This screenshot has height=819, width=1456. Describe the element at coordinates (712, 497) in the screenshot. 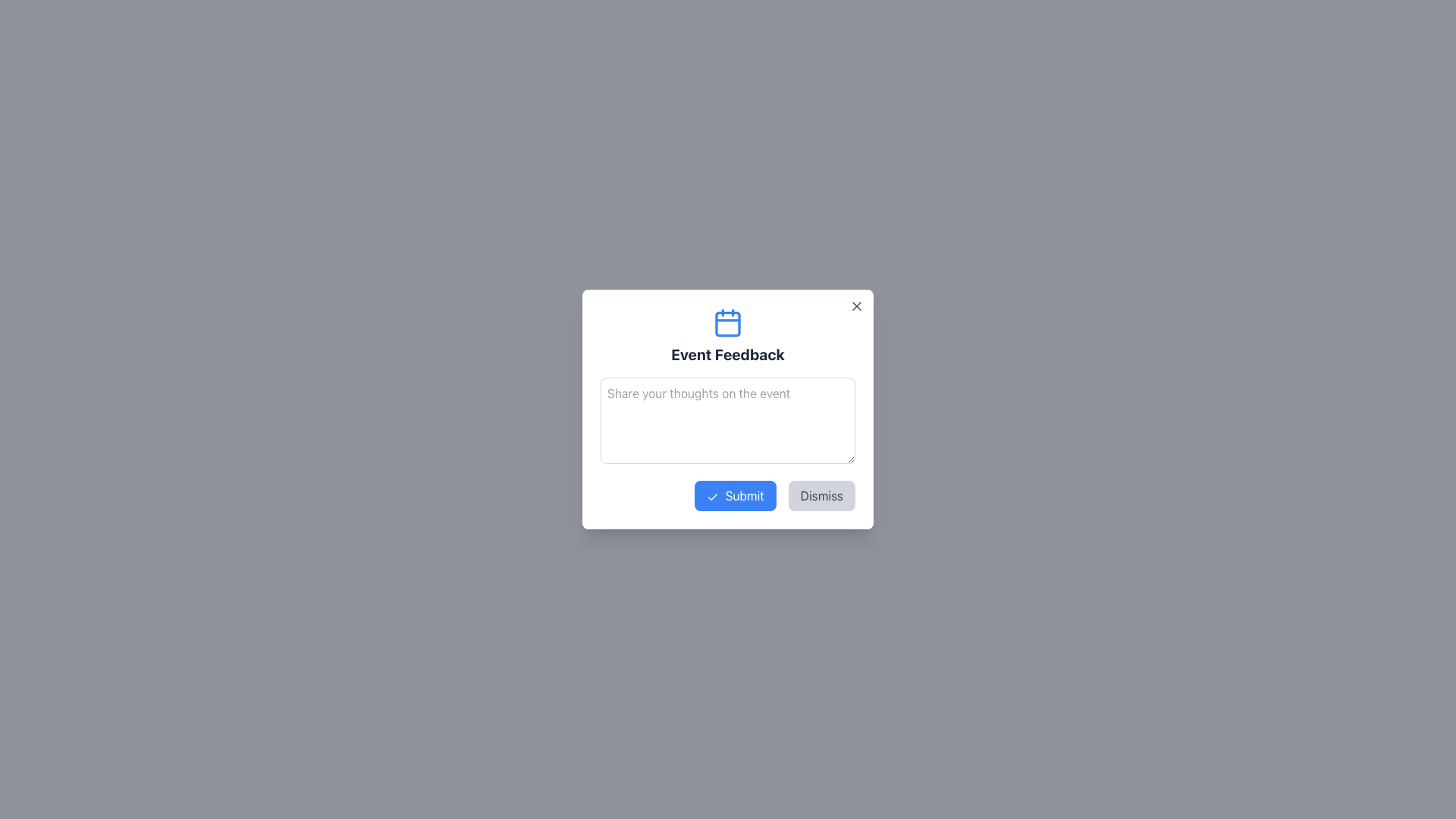

I see `the checkmark SVG icon located inside the blue 'Submit' button at the bottom-left section of the modal interface` at that location.